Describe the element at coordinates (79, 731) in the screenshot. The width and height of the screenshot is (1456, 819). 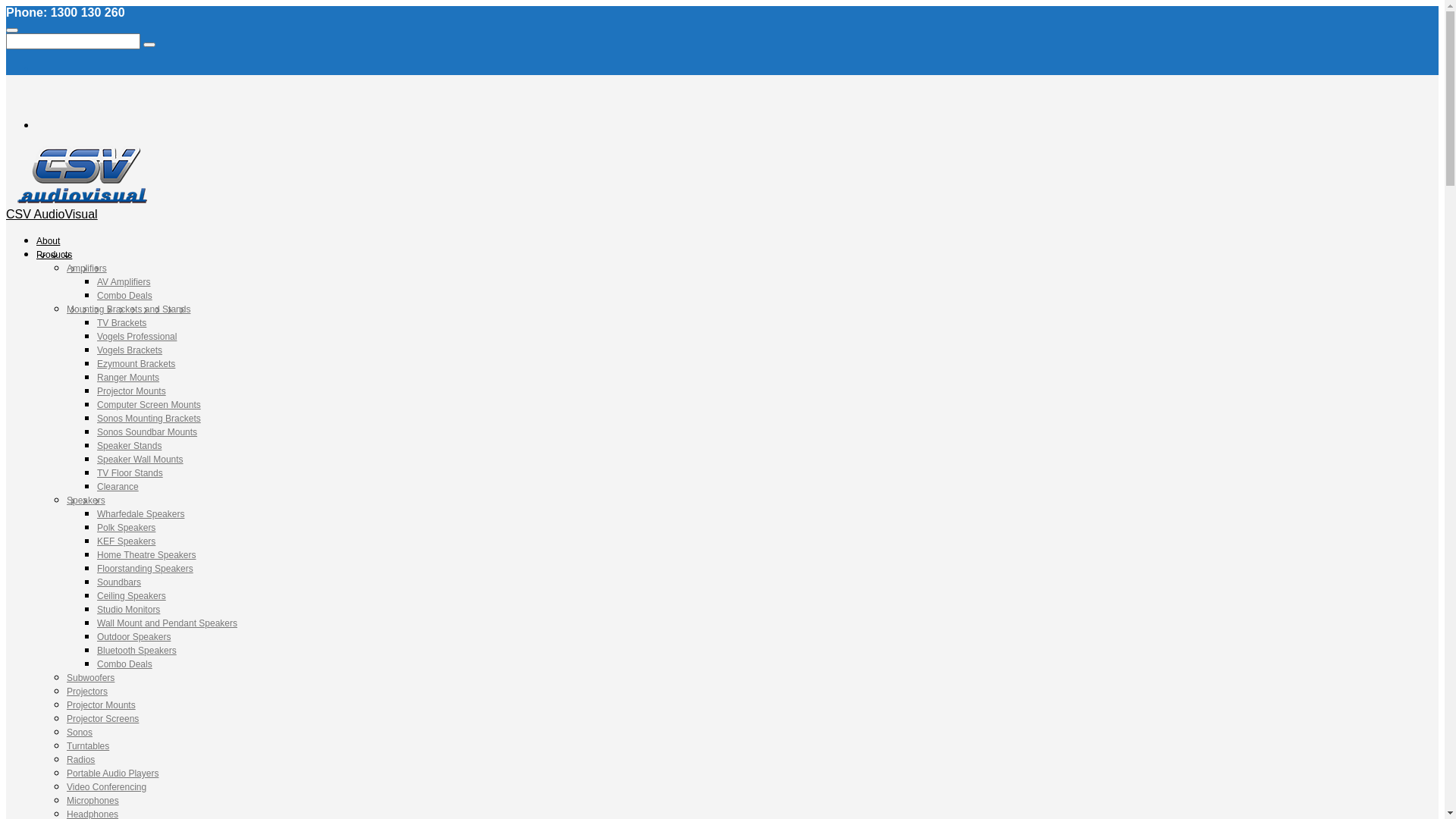
I see `'Sonos'` at that location.